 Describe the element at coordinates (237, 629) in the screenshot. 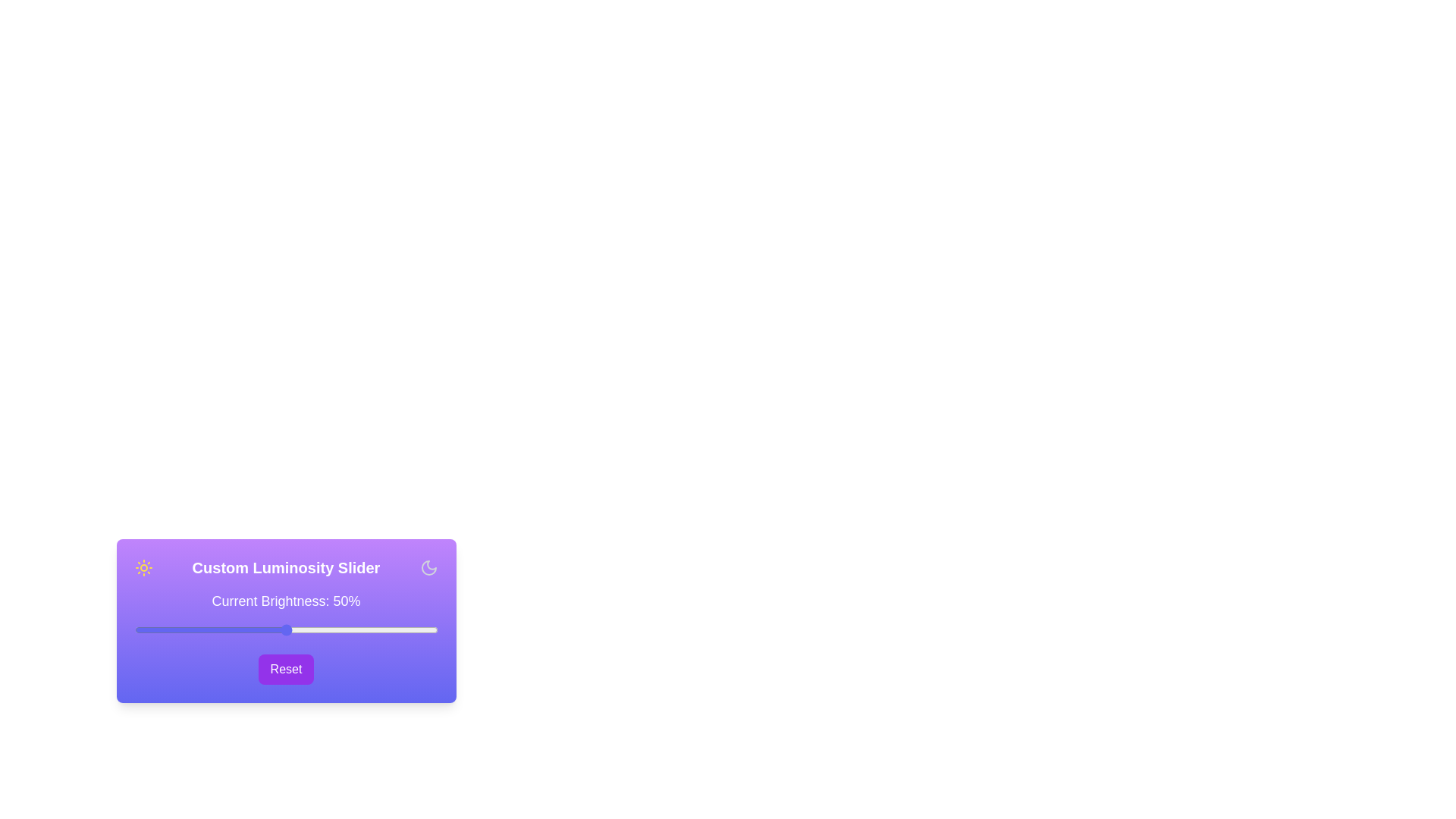

I see `brightness` at that location.